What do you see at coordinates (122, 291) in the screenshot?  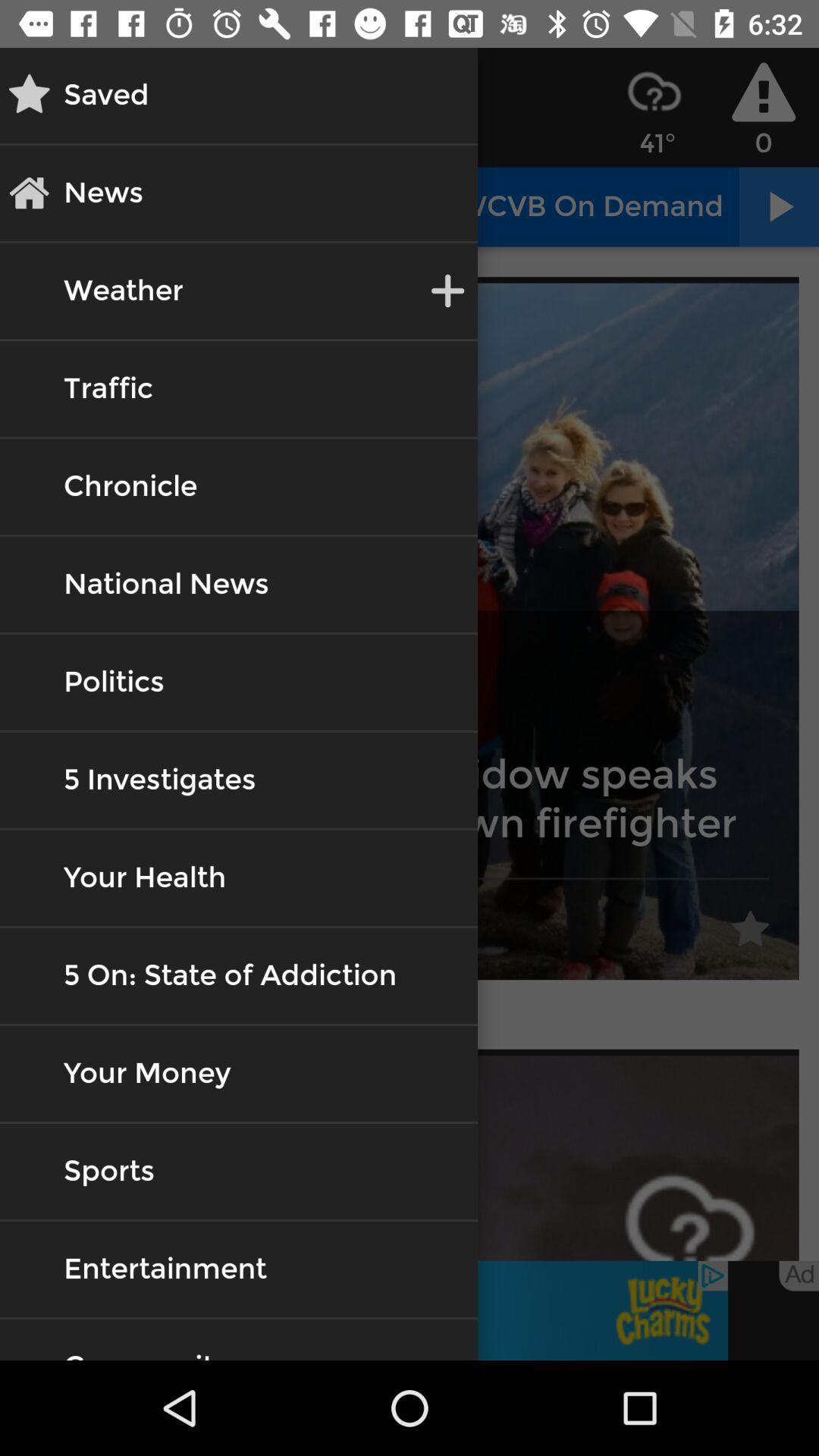 I see `the weather button on the web page` at bounding box center [122, 291].